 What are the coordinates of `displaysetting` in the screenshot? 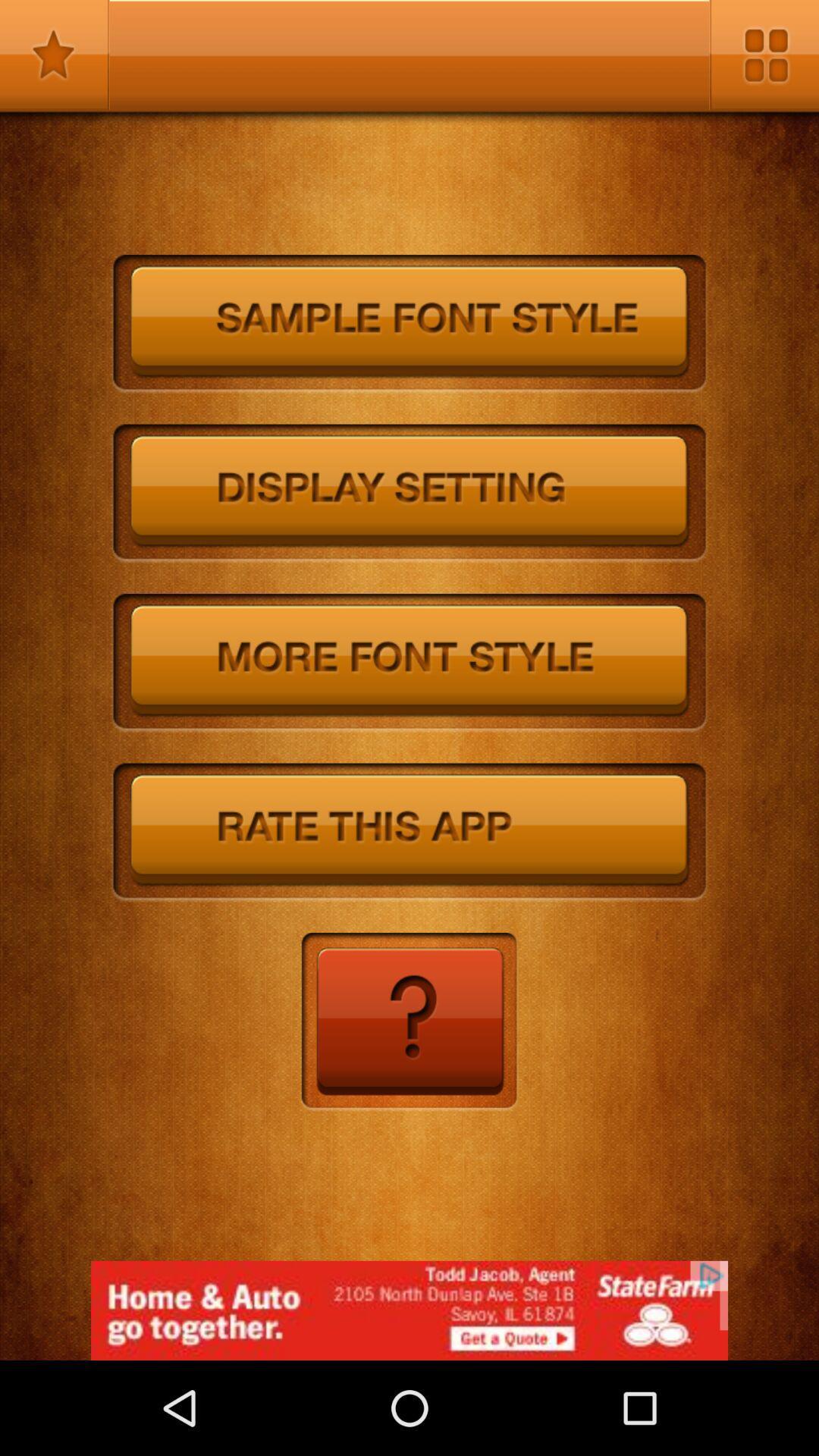 It's located at (409, 494).